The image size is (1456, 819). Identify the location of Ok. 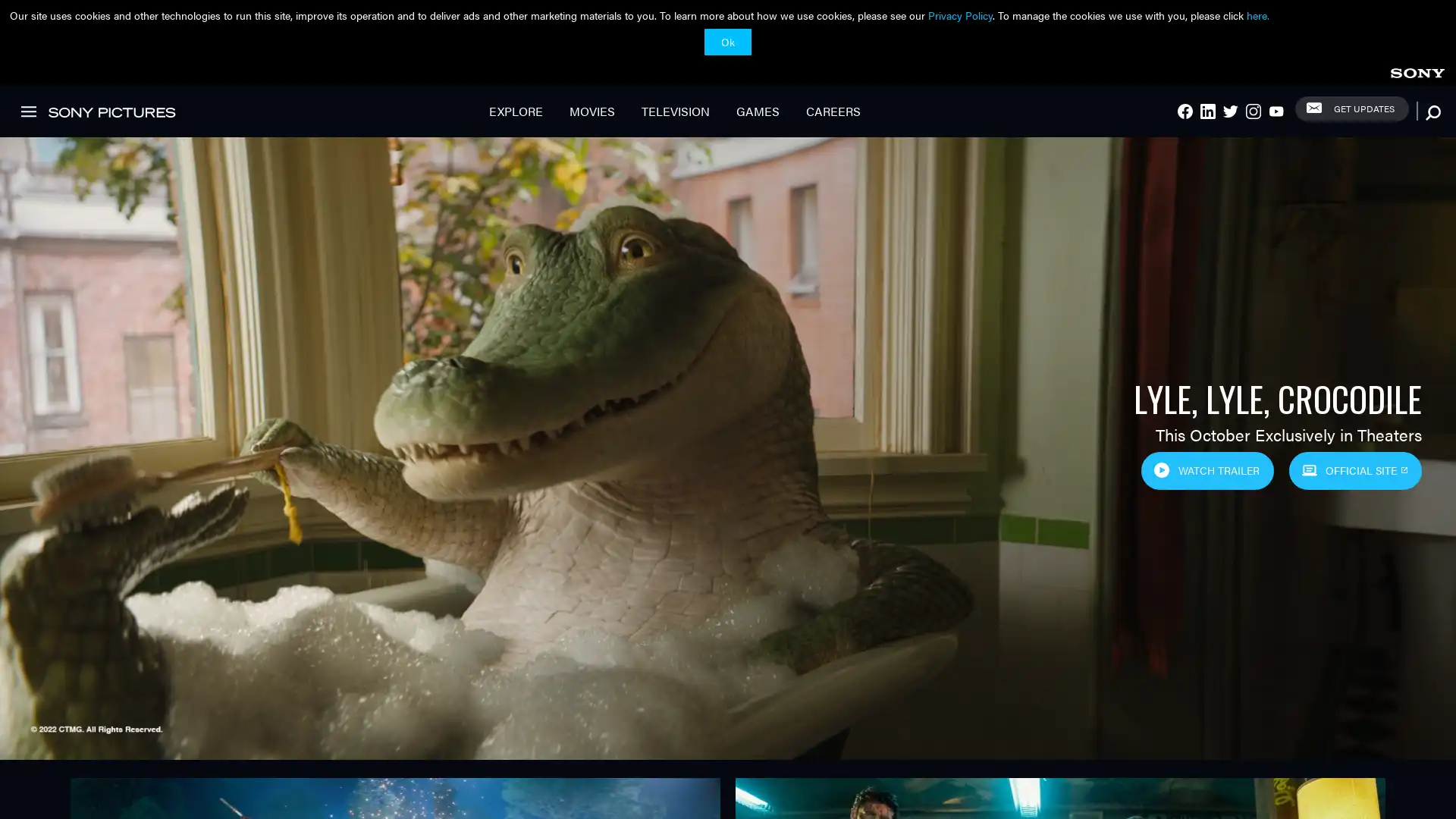
(728, 41).